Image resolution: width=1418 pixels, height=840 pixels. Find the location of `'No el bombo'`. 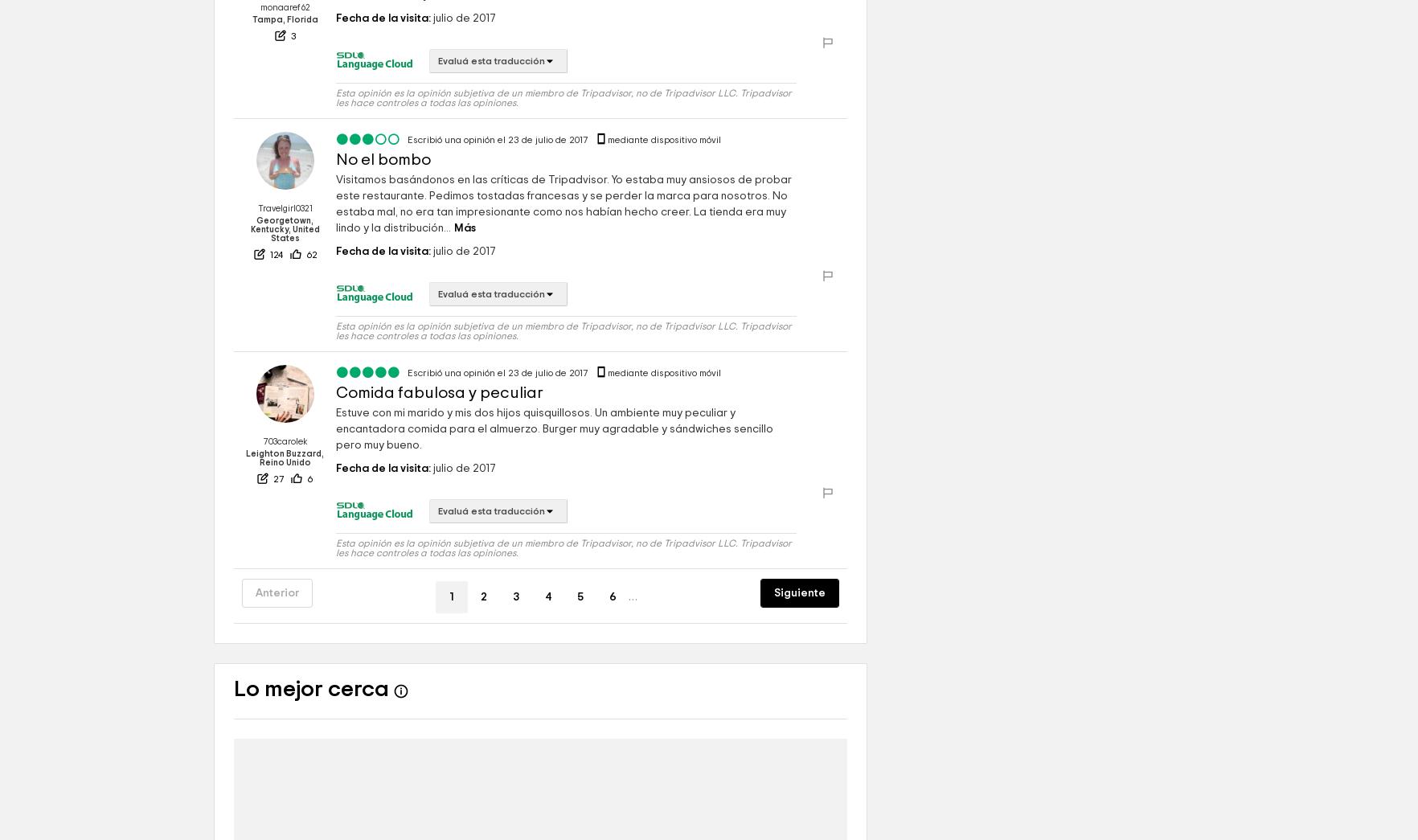

'No el bombo' is located at coordinates (383, 207).